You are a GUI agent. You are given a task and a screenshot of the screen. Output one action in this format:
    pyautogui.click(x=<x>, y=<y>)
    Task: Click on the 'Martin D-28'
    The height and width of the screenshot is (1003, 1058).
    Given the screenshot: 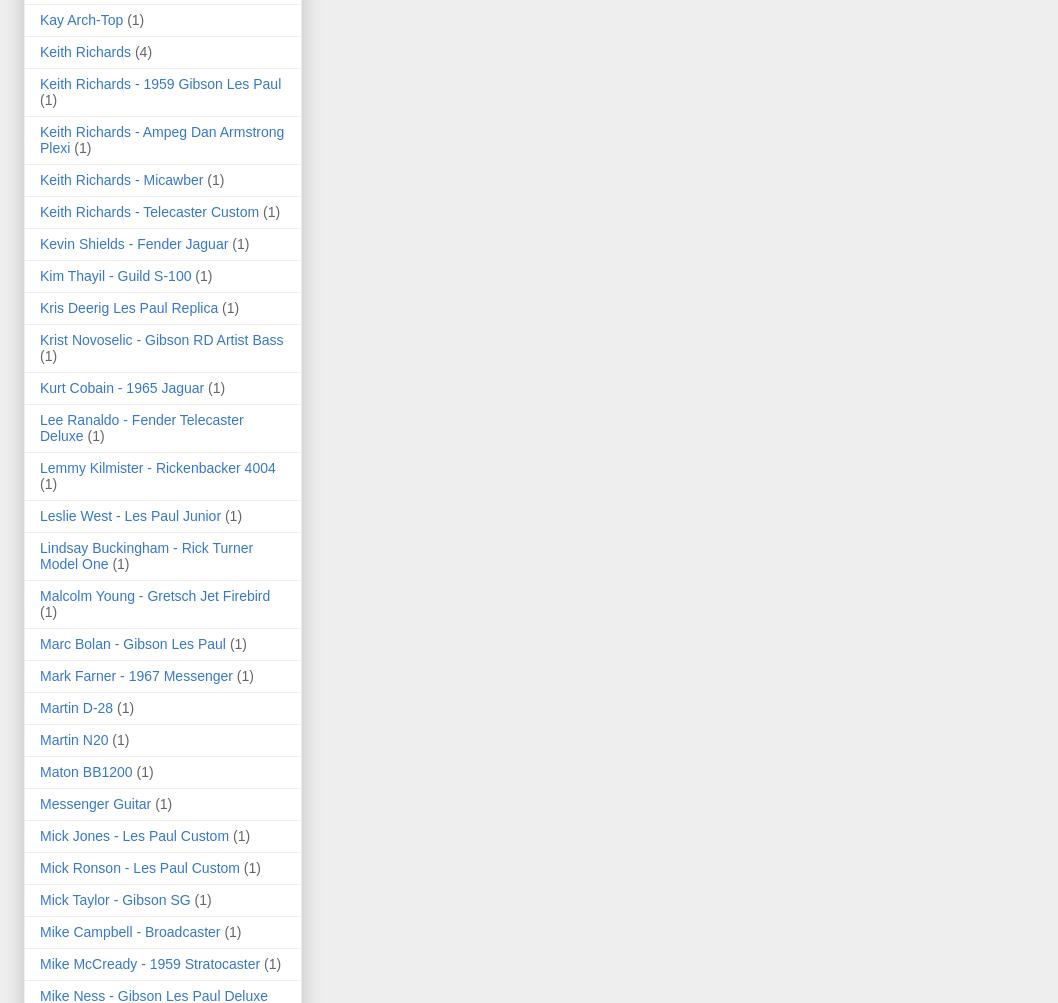 What is the action you would take?
    pyautogui.click(x=76, y=706)
    